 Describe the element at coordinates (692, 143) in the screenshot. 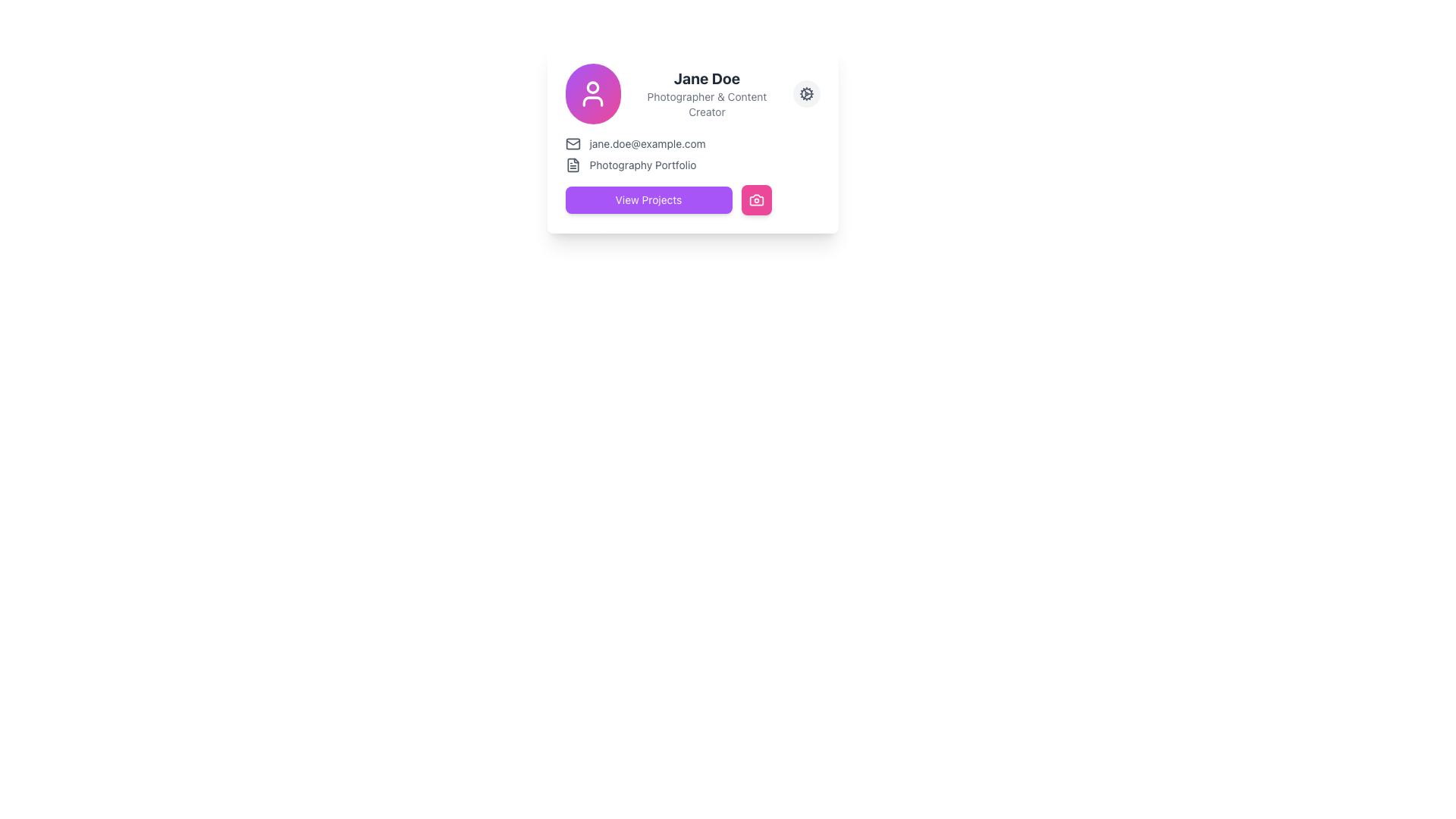

I see `the email display text element, which is the first item under the 'Jane Doe' header and above the 'Photography Portfolio' text block` at that location.